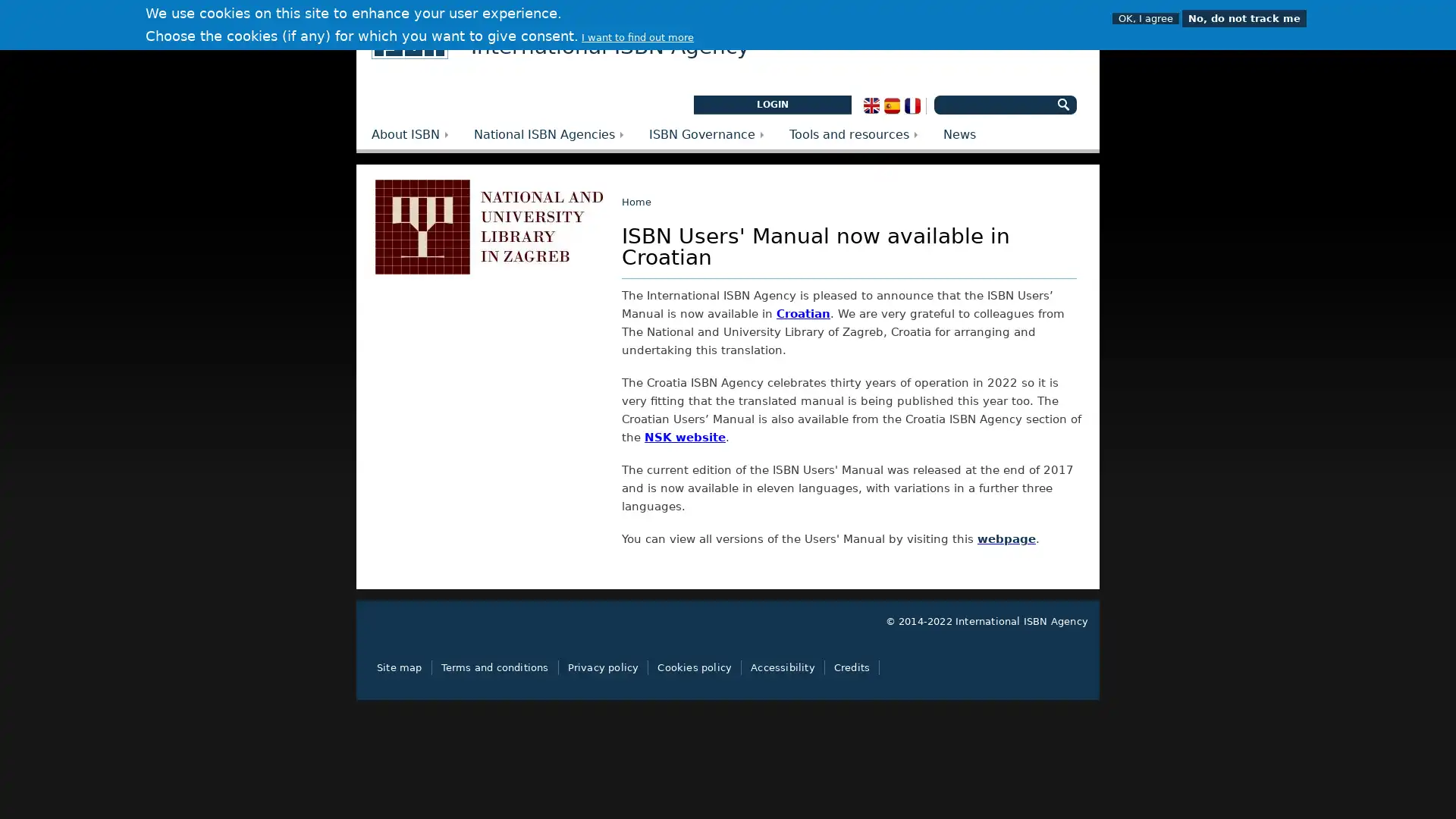 Image resolution: width=1456 pixels, height=819 pixels. What do you see at coordinates (1040, 12) in the screenshot?
I see `ON` at bounding box center [1040, 12].